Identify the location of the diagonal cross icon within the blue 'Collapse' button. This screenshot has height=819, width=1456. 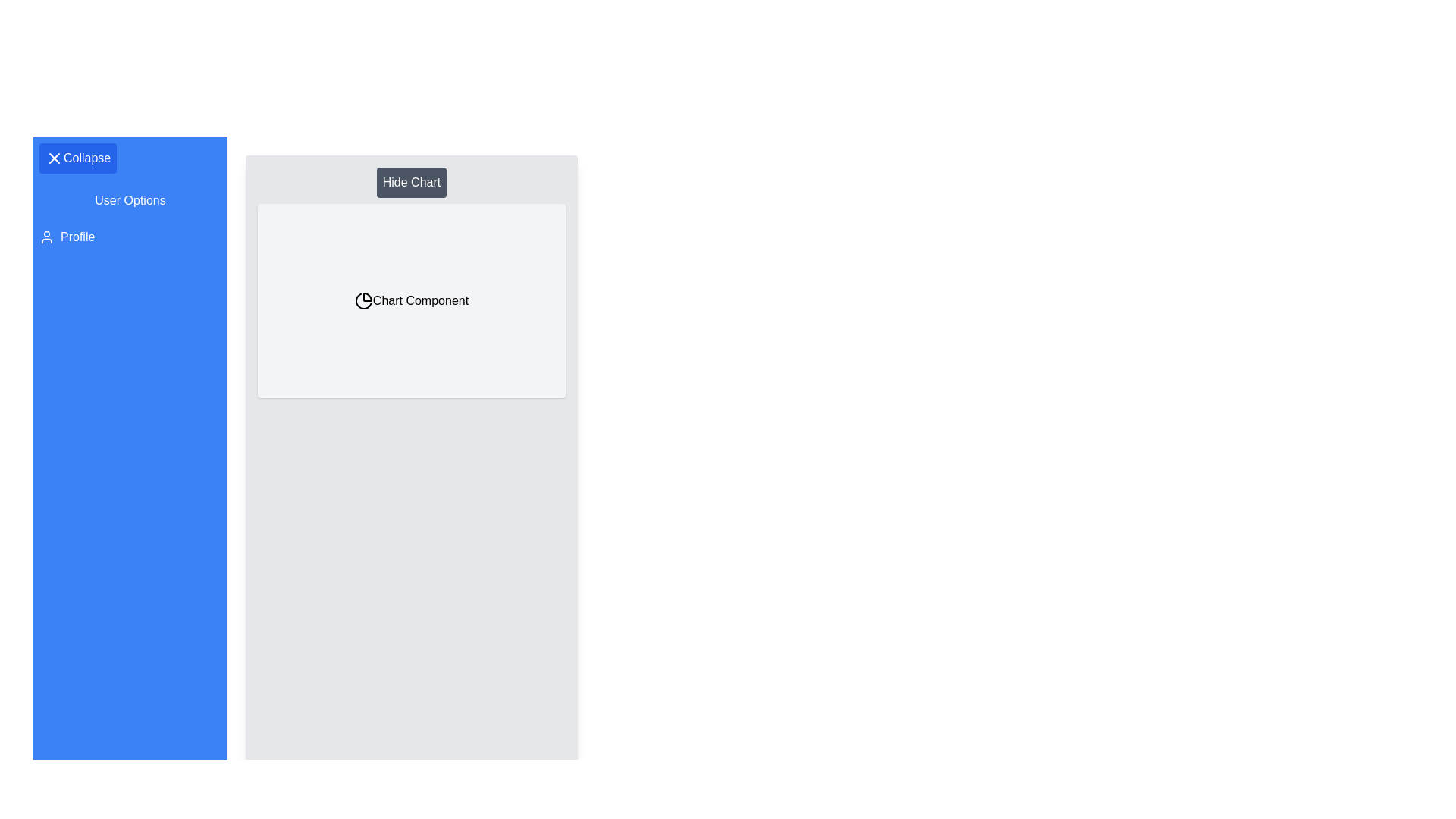
(55, 158).